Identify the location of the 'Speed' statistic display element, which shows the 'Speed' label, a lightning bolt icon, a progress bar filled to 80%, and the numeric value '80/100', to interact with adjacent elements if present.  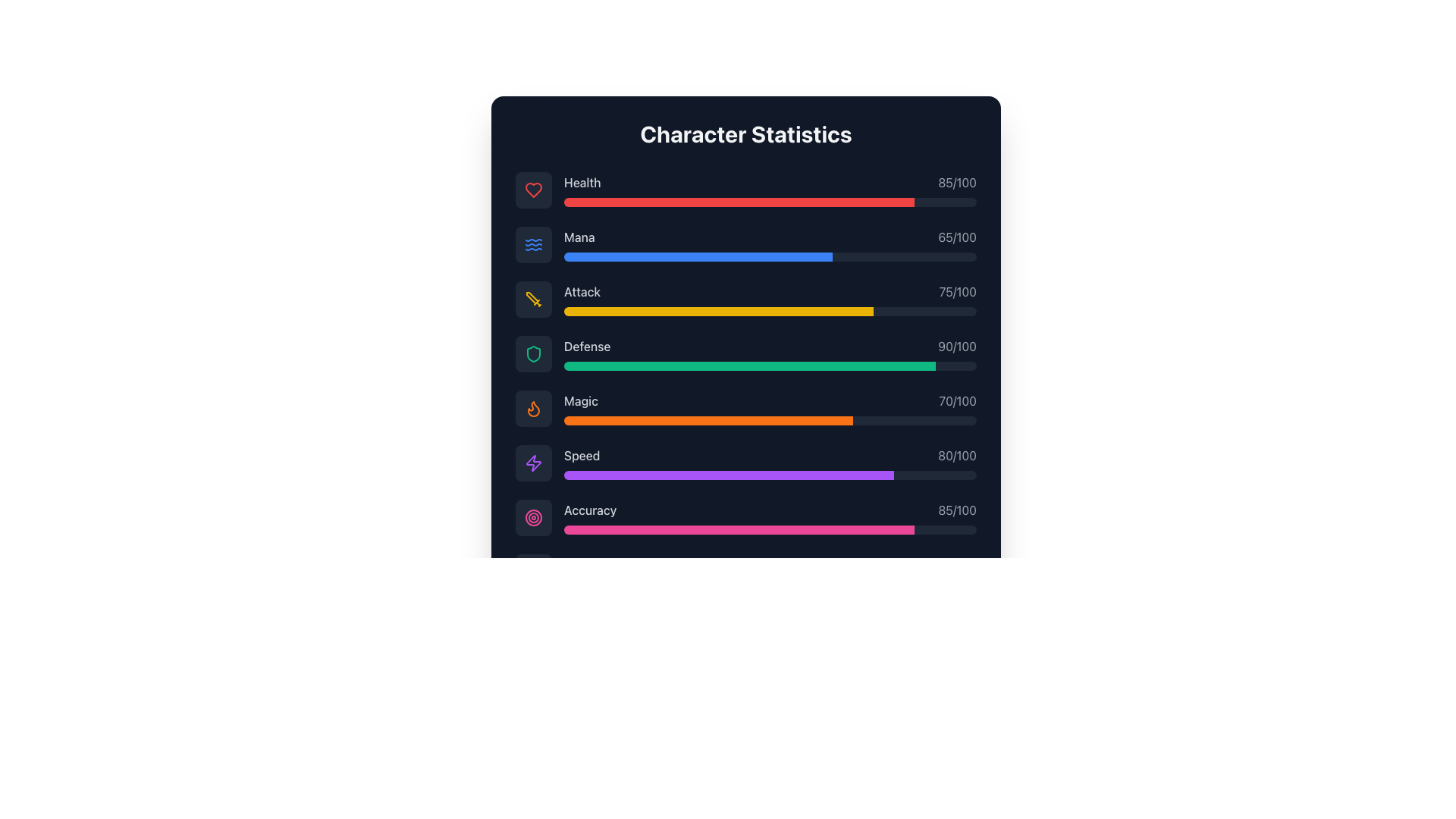
(745, 462).